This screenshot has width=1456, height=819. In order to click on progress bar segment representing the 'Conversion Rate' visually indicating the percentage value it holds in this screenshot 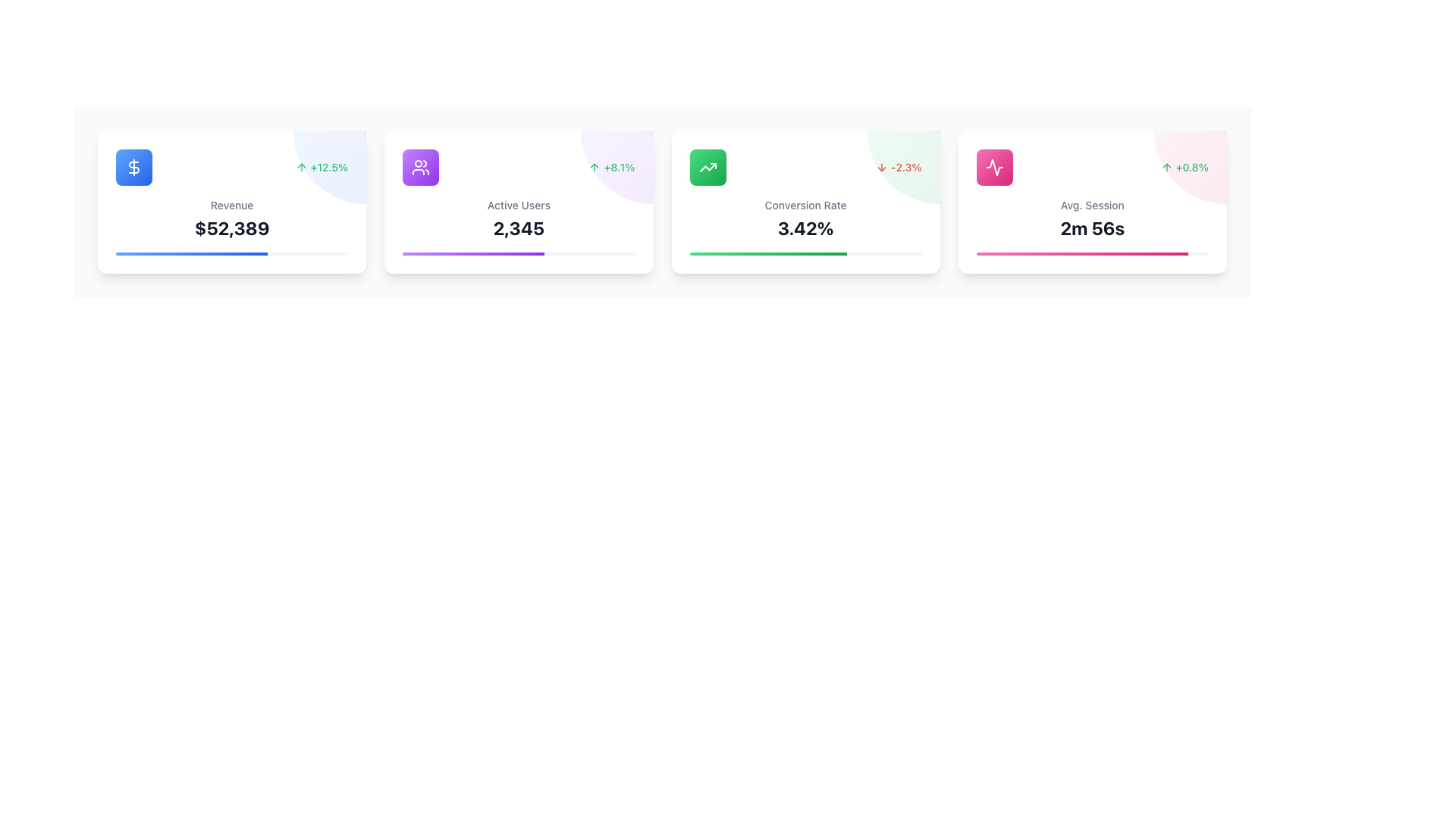, I will do `click(767, 253)`.